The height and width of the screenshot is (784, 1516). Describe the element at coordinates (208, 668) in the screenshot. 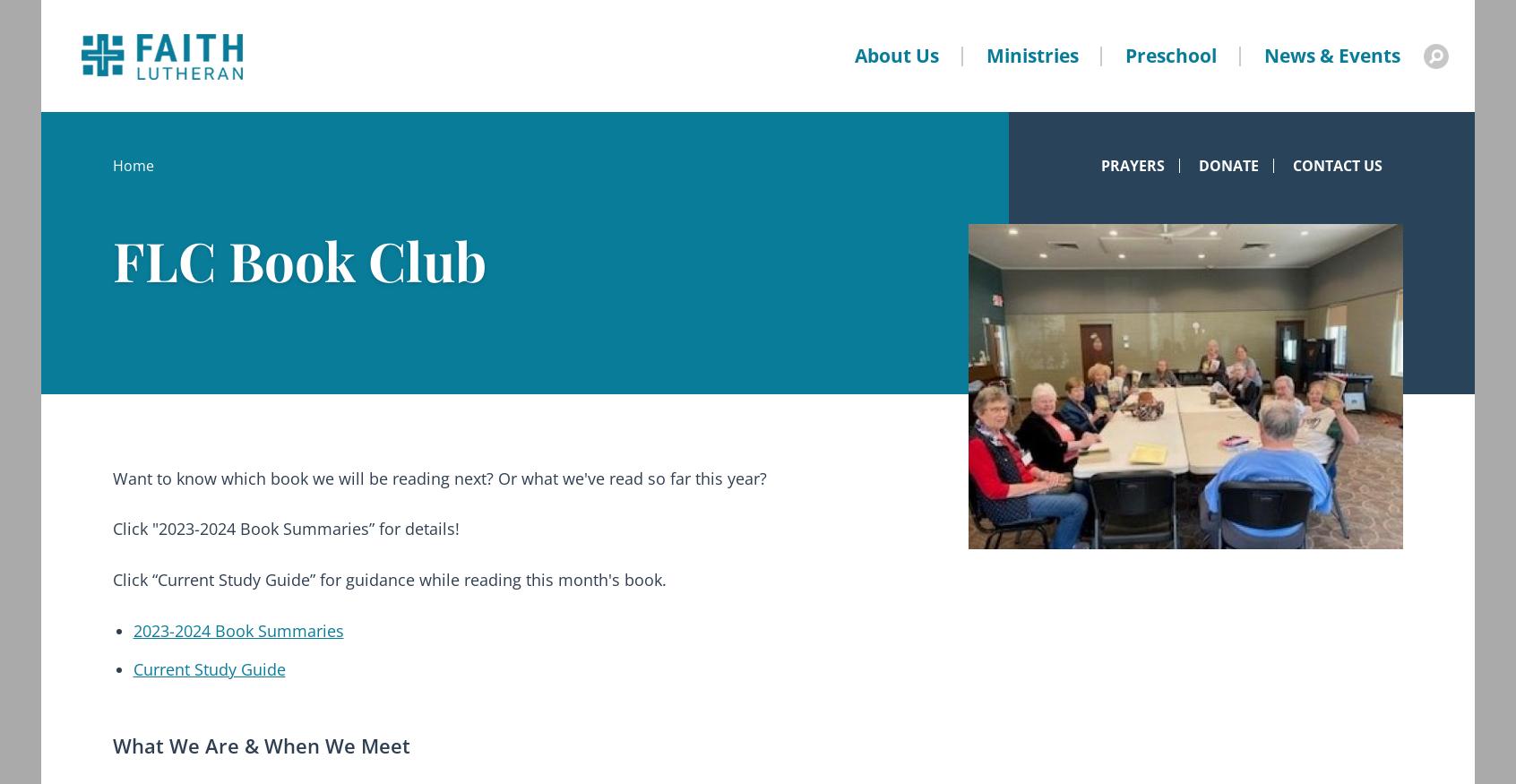

I see `'Current Study Guide'` at that location.